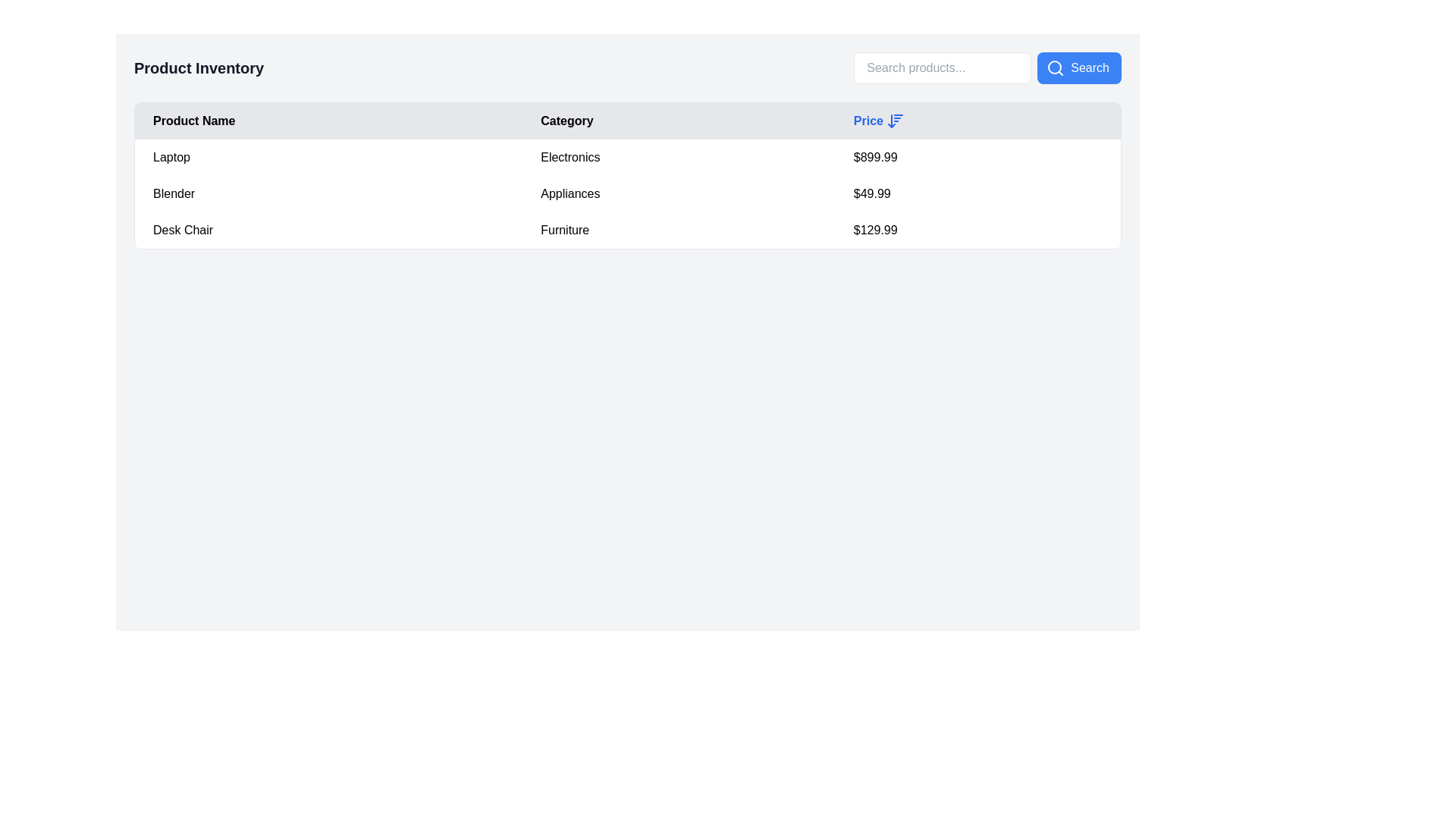 The image size is (1456, 819). Describe the element at coordinates (879, 120) in the screenshot. I see `the 'Price' interactive sortable column header` at that location.